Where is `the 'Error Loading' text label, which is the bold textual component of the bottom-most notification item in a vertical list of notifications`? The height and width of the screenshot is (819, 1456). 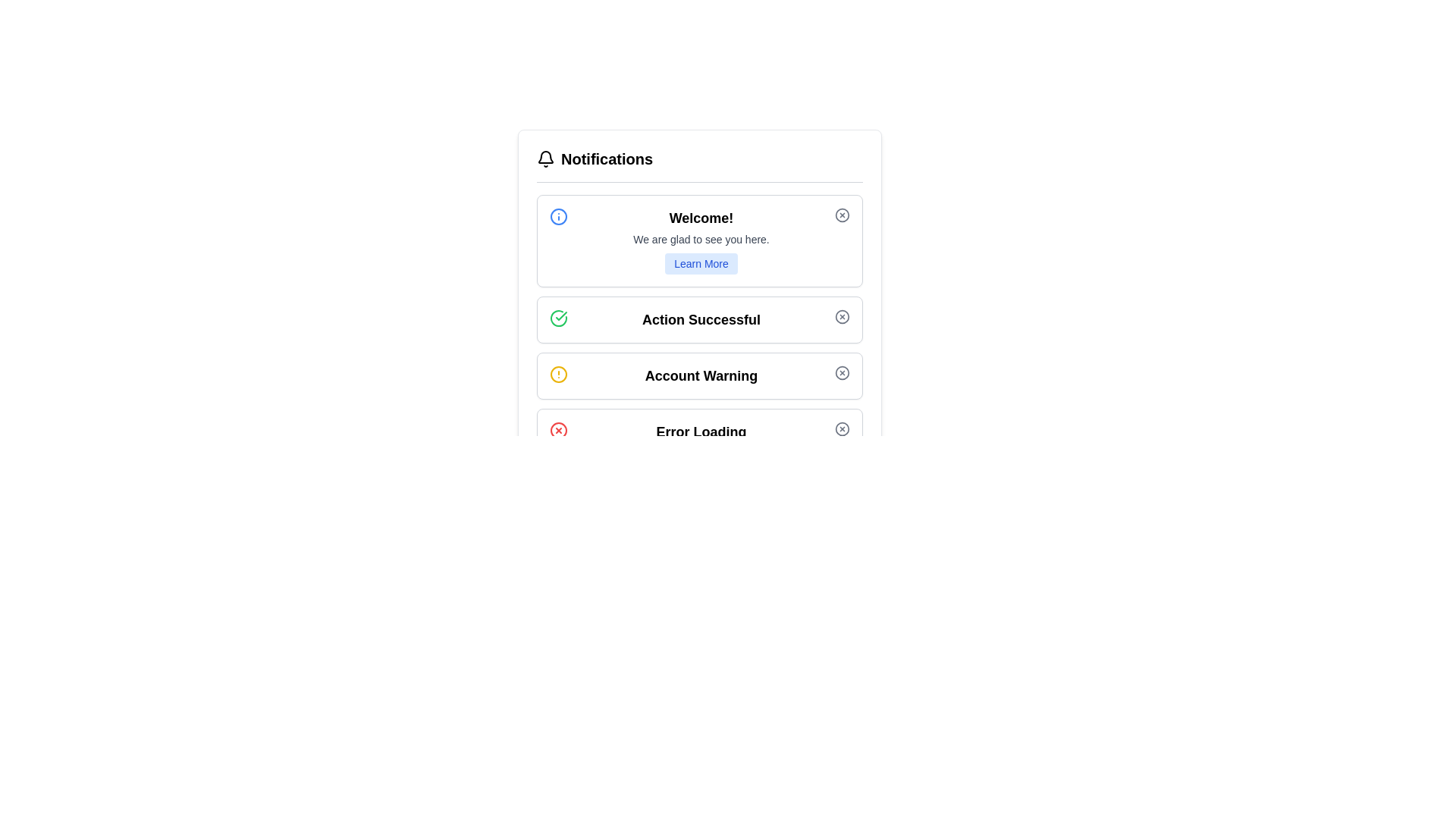
the 'Error Loading' text label, which is the bold textual component of the bottom-most notification item in a vertical list of notifications is located at coordinates (701, 432).